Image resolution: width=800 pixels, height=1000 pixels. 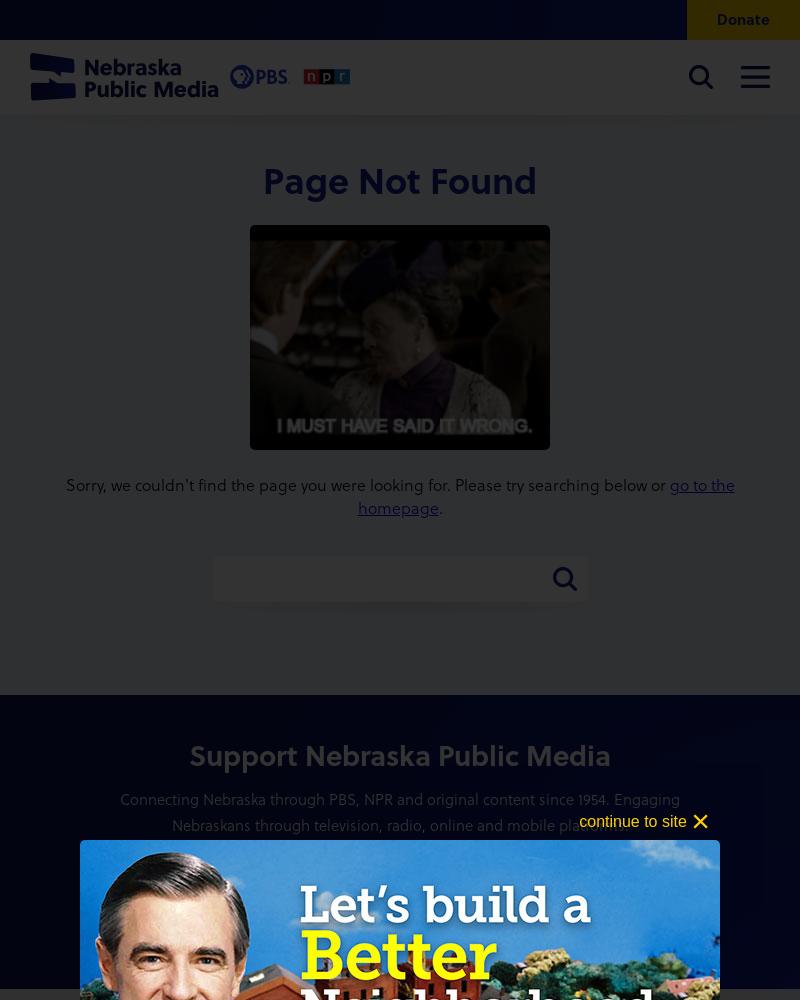 I want to click on 'PBS KIDS Livestream', so click(x=75, y=469).